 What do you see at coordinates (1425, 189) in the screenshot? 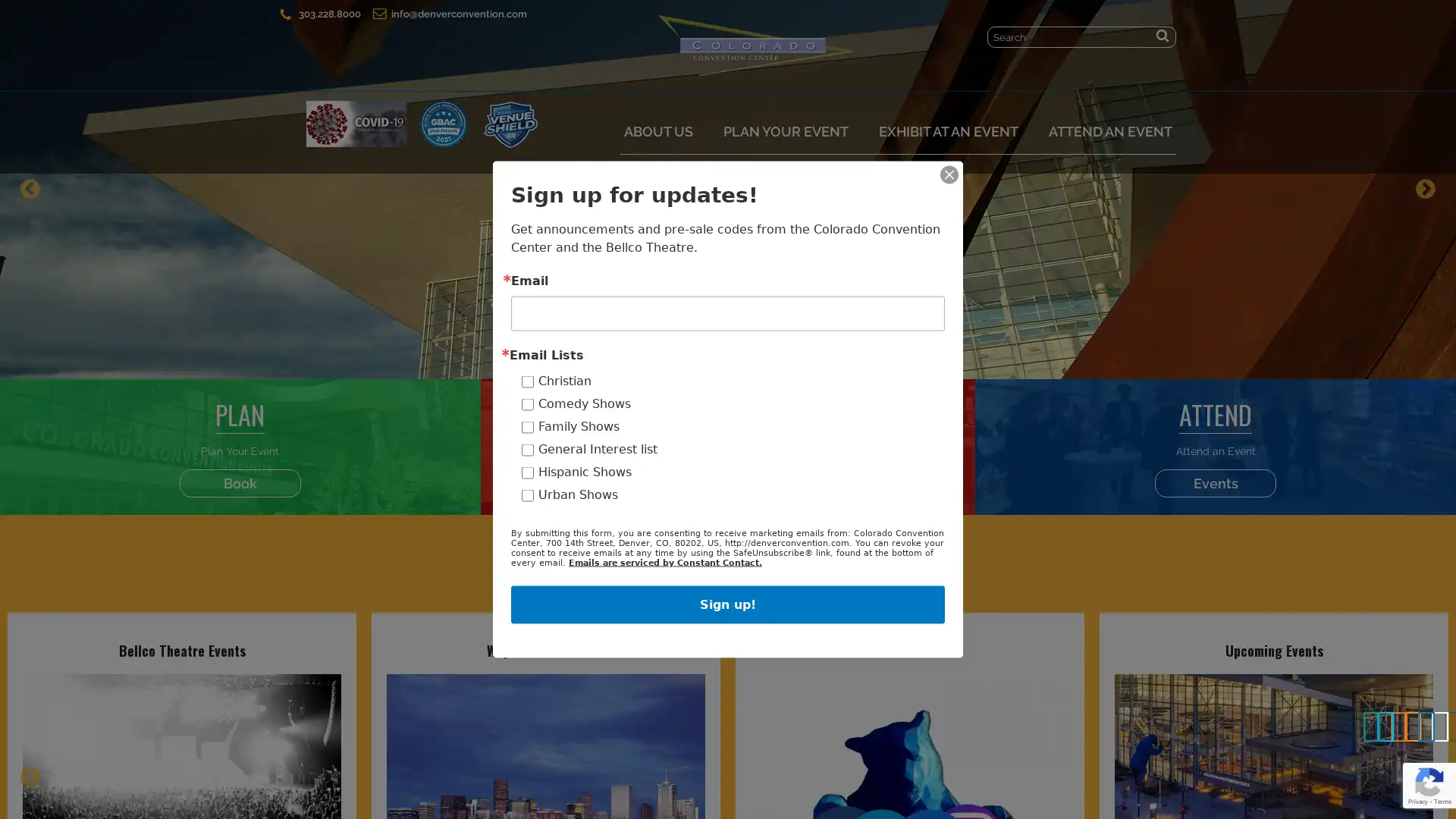
I see `Next` at bounding box center [1425, 189].